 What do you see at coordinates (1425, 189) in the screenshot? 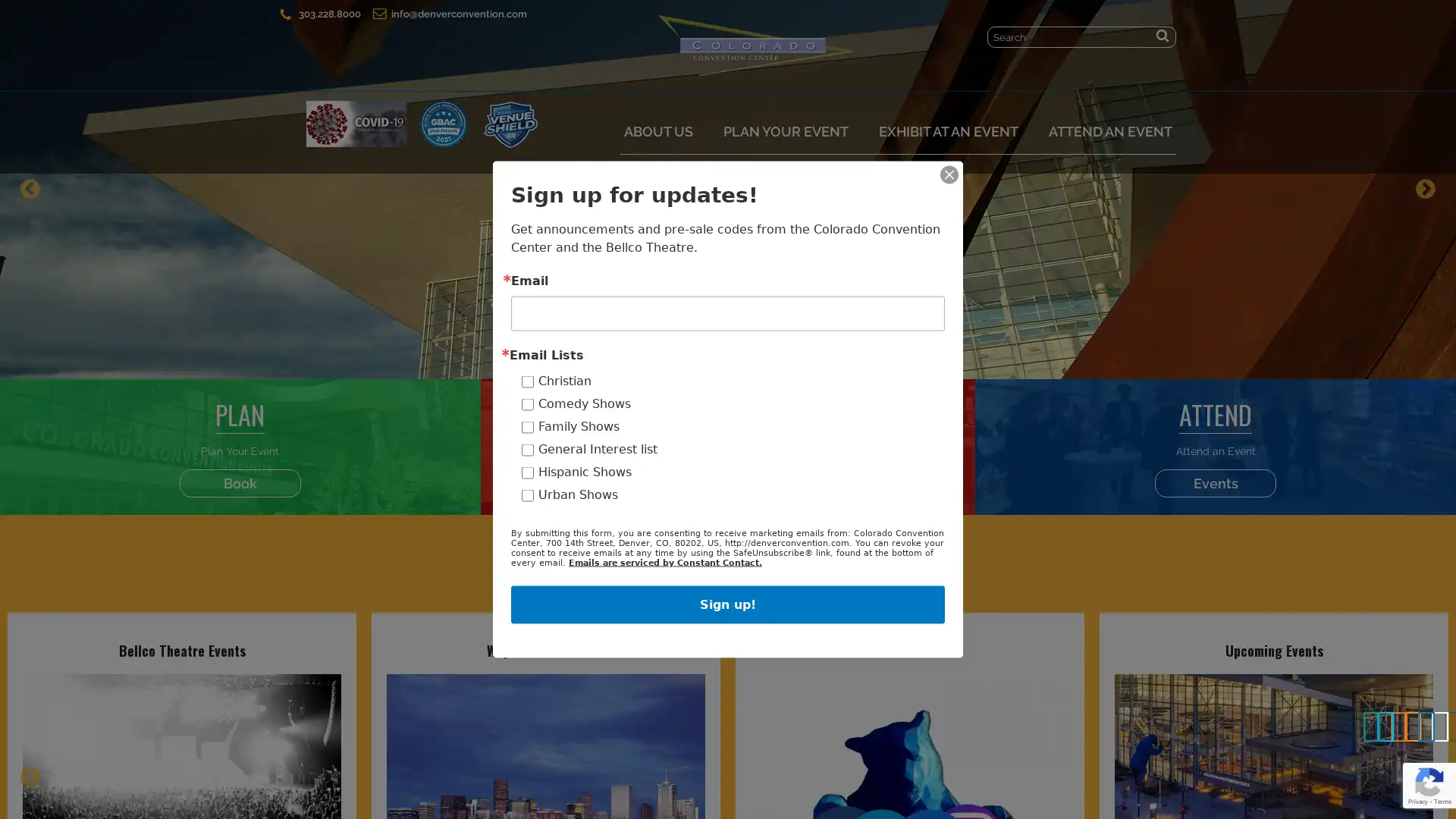
I see `Next` at bounding box center [1425, 189].